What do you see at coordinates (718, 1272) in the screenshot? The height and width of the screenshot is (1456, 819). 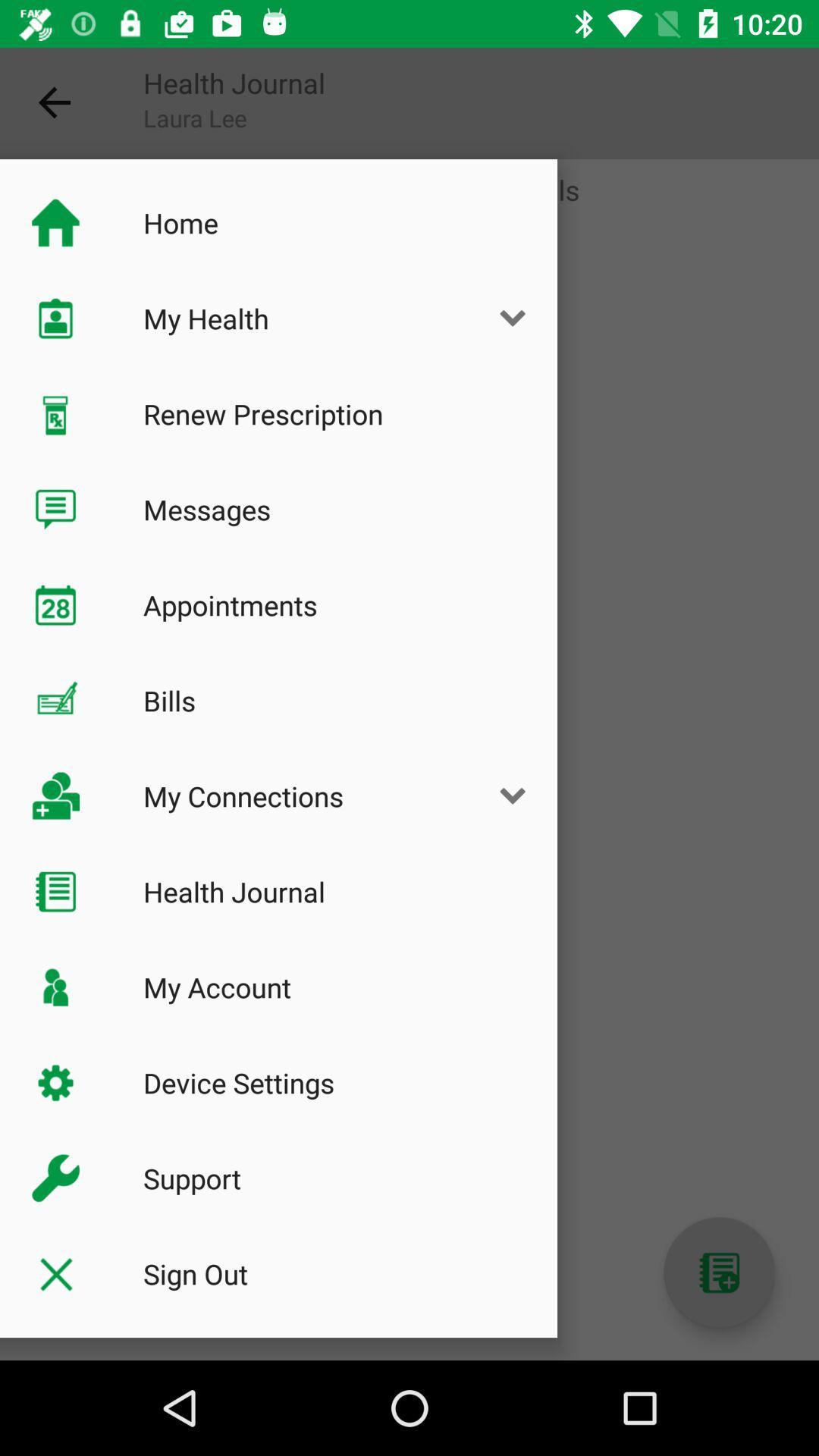 I see `contact` at bounding box center [718, 1272].